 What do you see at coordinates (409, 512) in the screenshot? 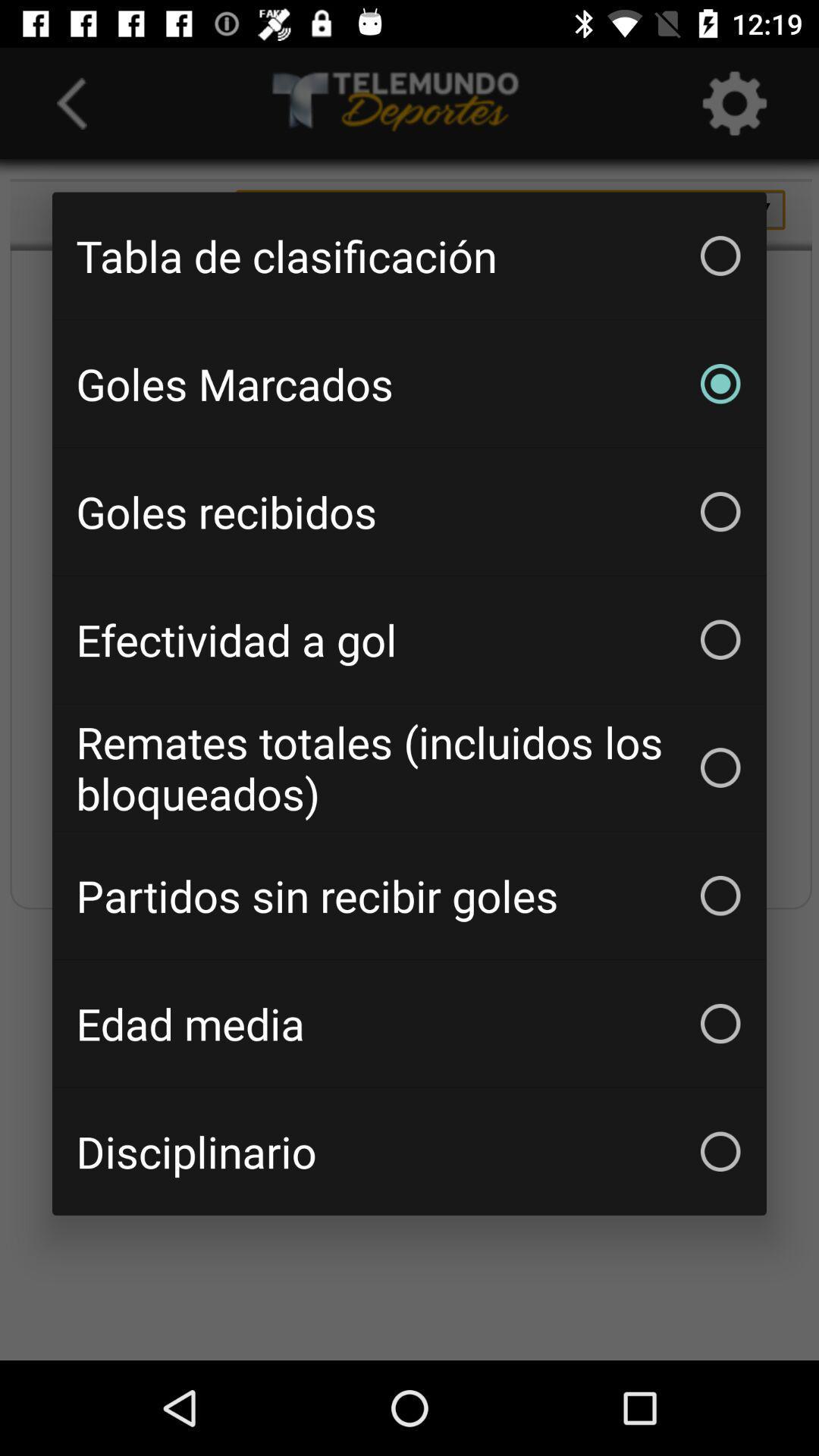
I see `goles recibidos` at bounding box center [409, 512].